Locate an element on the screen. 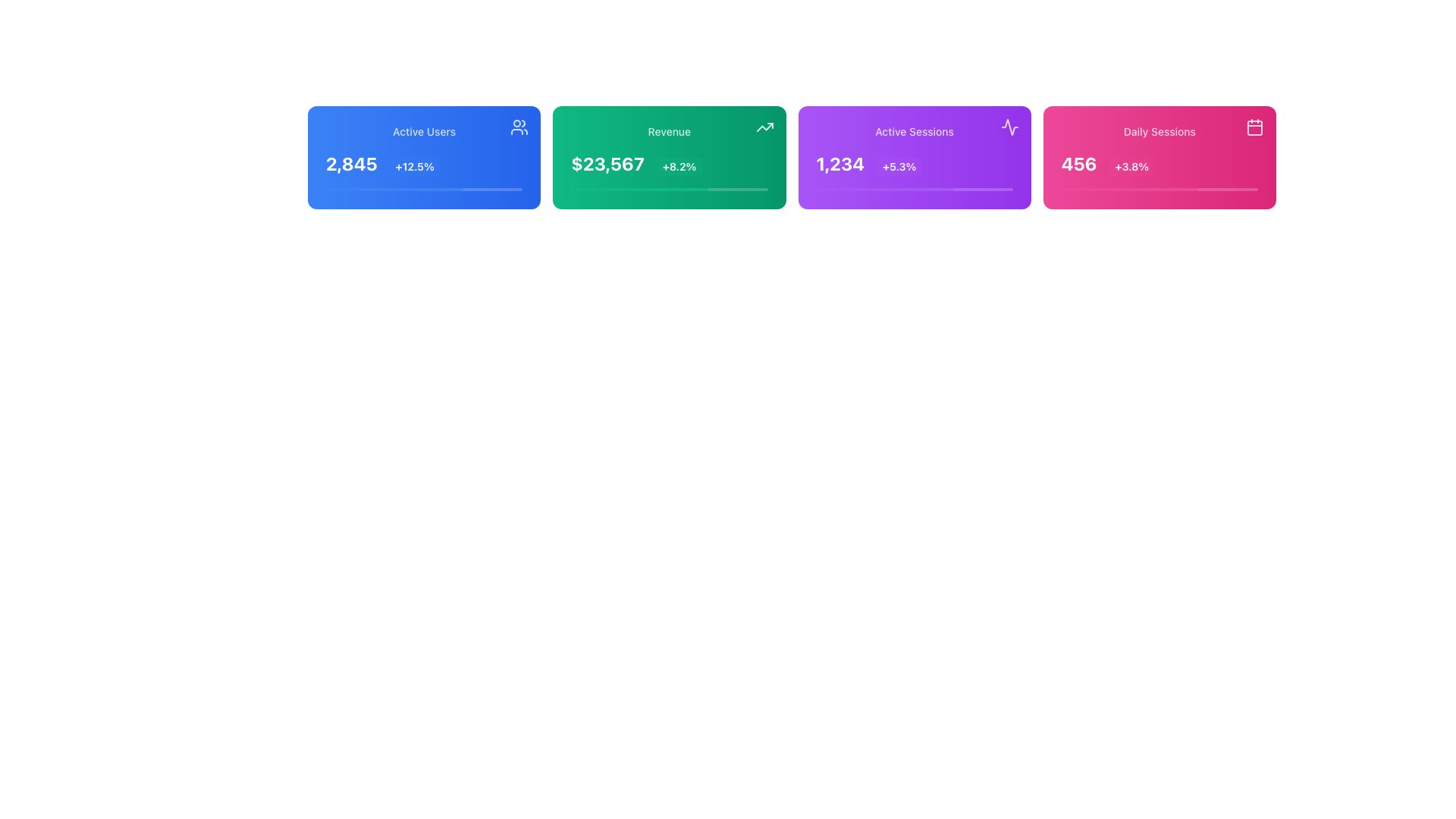 The width and height of the screenshot is (1456, 819). blue progress bar that is partially filled to approximately 70% within the 'Active Users' card located in the top left corner of the interface is located at coordinates (394, 189).